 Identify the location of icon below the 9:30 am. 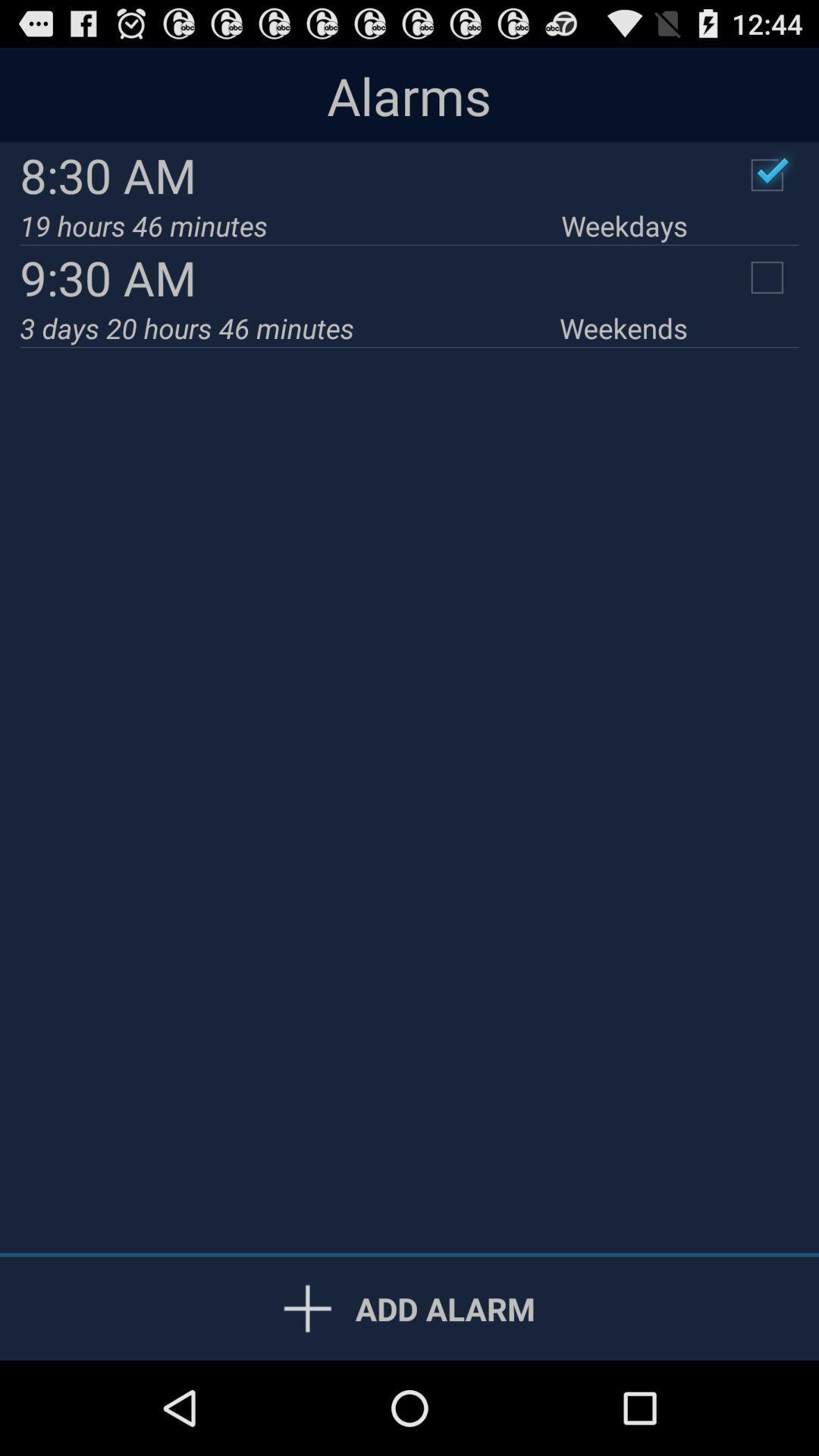
(290, 327).